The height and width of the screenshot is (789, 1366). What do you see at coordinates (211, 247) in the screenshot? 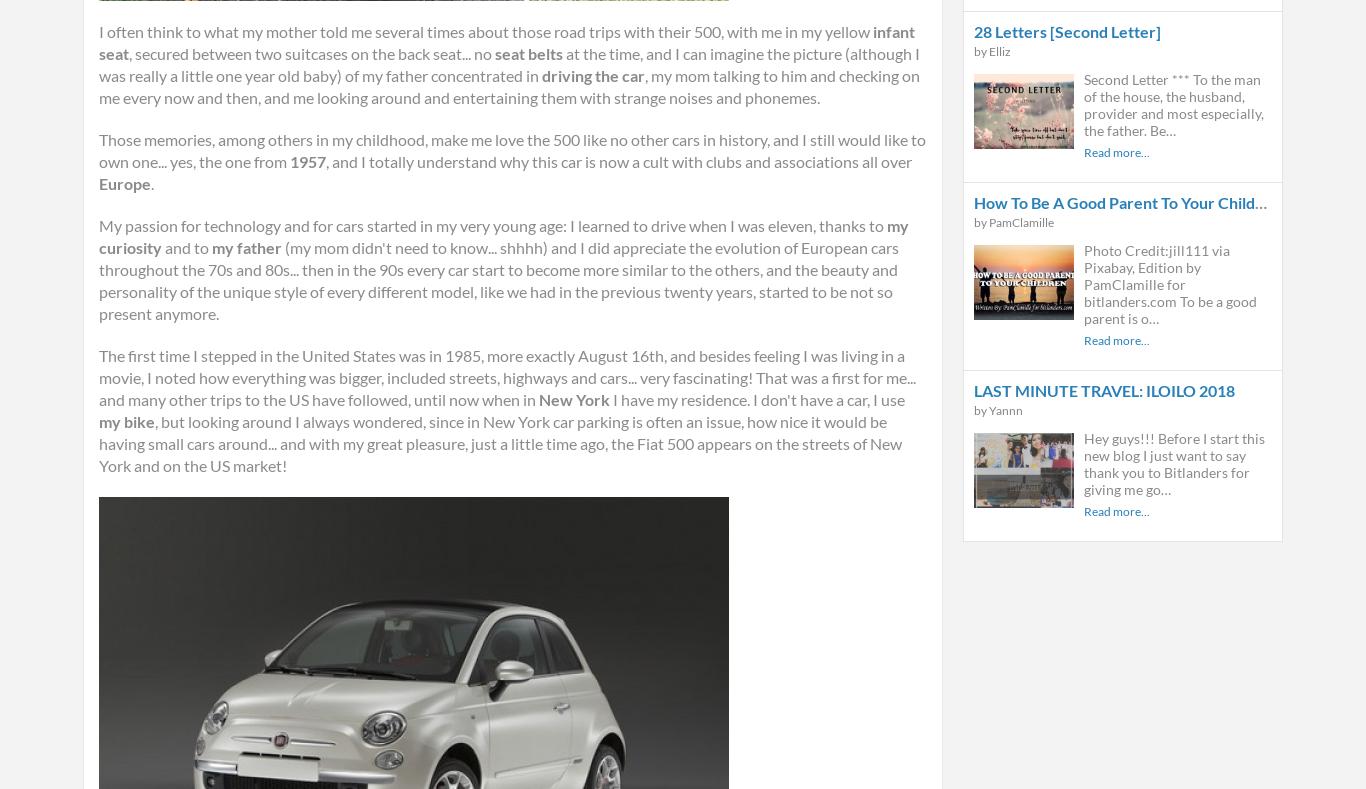
I see `'my father'` at bounding box center [211, 247].